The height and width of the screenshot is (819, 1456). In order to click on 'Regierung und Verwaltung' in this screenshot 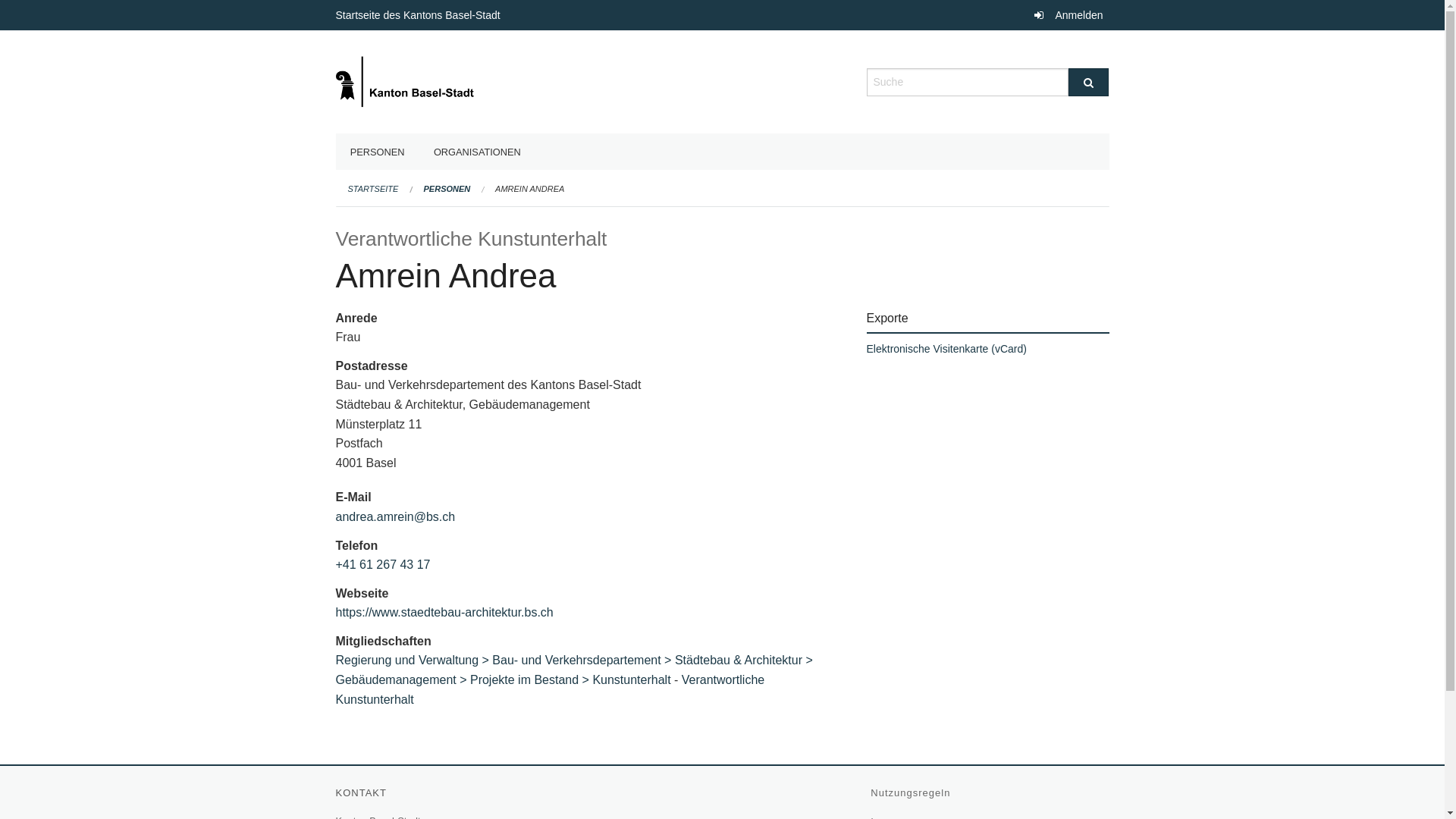, I will do `click(413, 659)`.